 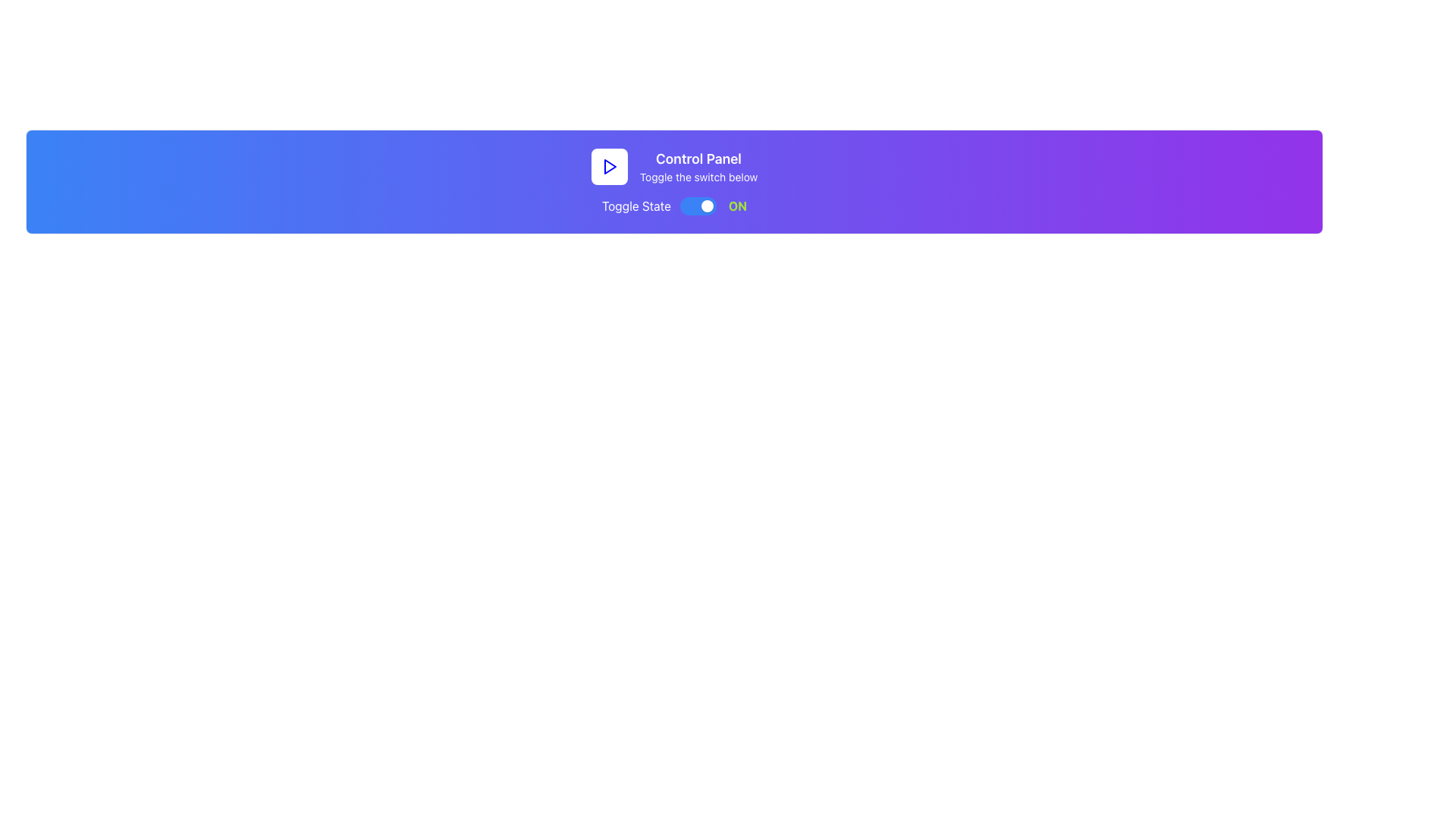 I want to click on instruction from the text label located centrally below the 'Control Panel' title in the interface's gradient background area, so click(x=698, y=177).